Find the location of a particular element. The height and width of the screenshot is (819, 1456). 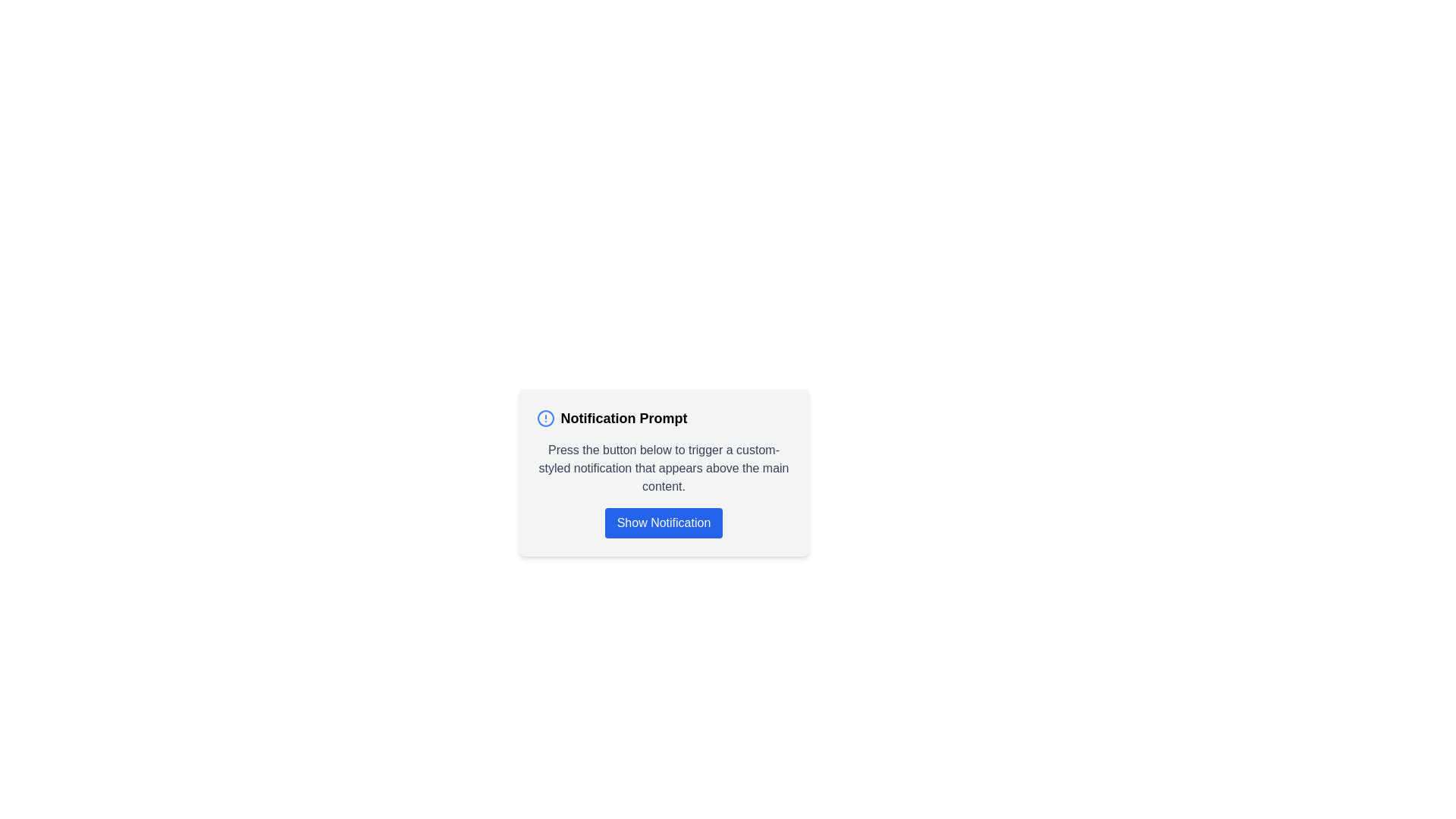

the 'Show Notification' button, which is a rectangular button with rounded corners and a blue background located at the bottom of the notification prompt panel is located at coordinates (664, 522).